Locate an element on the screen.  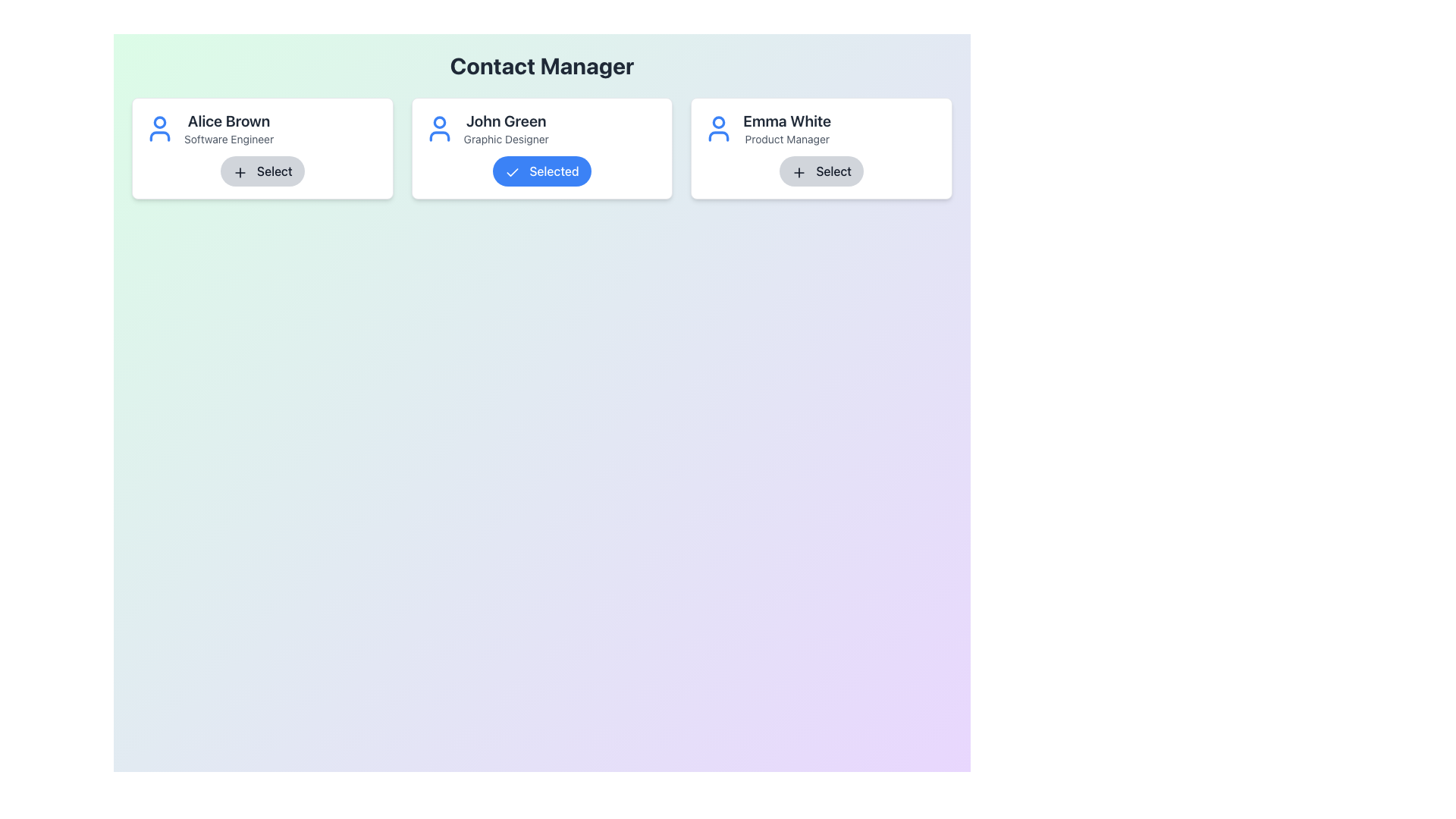
the 'Software Engineer' text label located beneath 'Alice Brown' in the first card on the left is located at coordinates (228, 140).